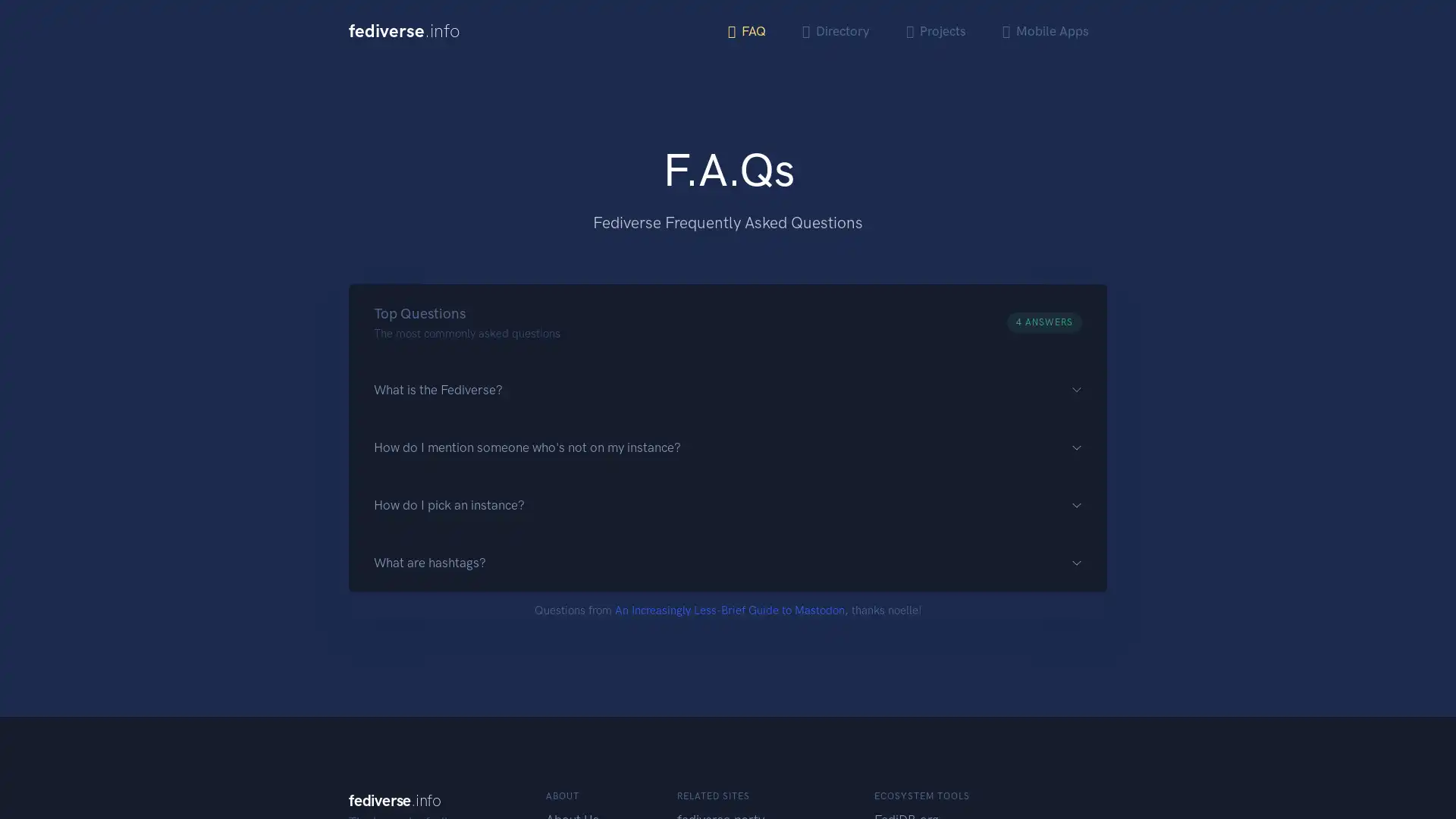  I want to click on Top Questions The most commonly asked questions 4 ANSWERS, so click(728, 321).